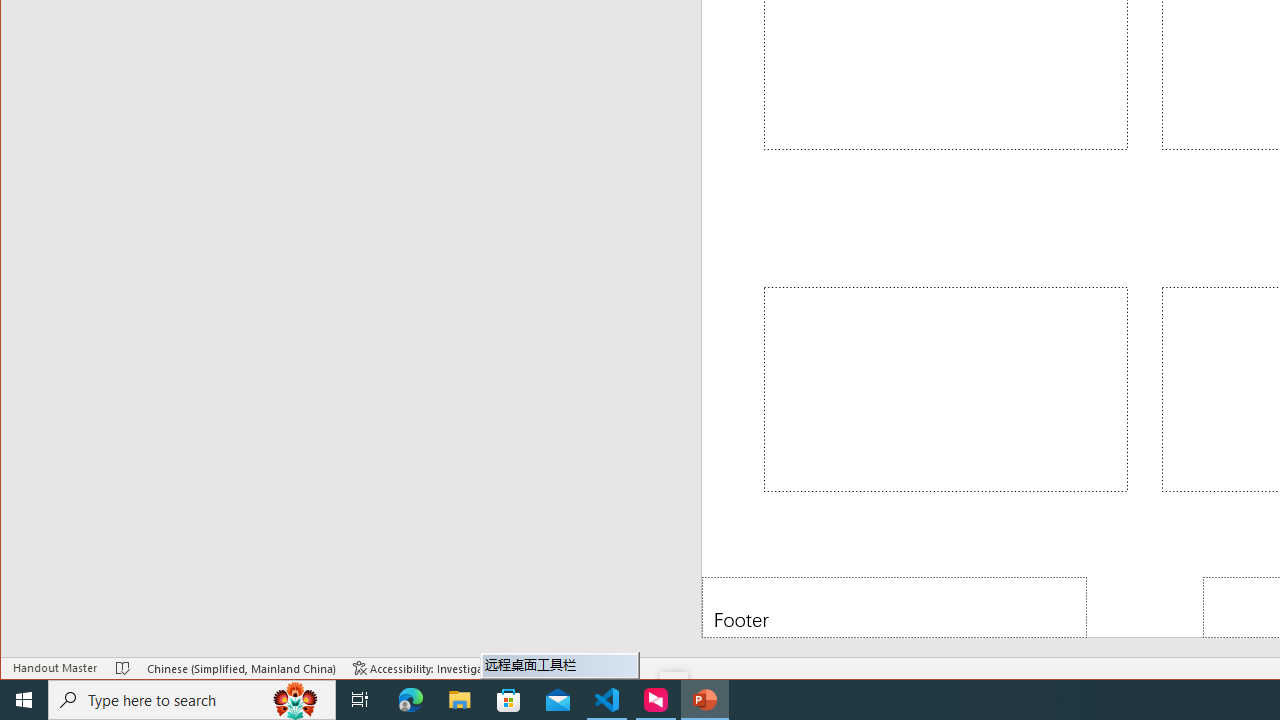  What do you see at coordinates (24, 698) in the screenshot?
I see `'Start'` at bounding box center [24, 698].